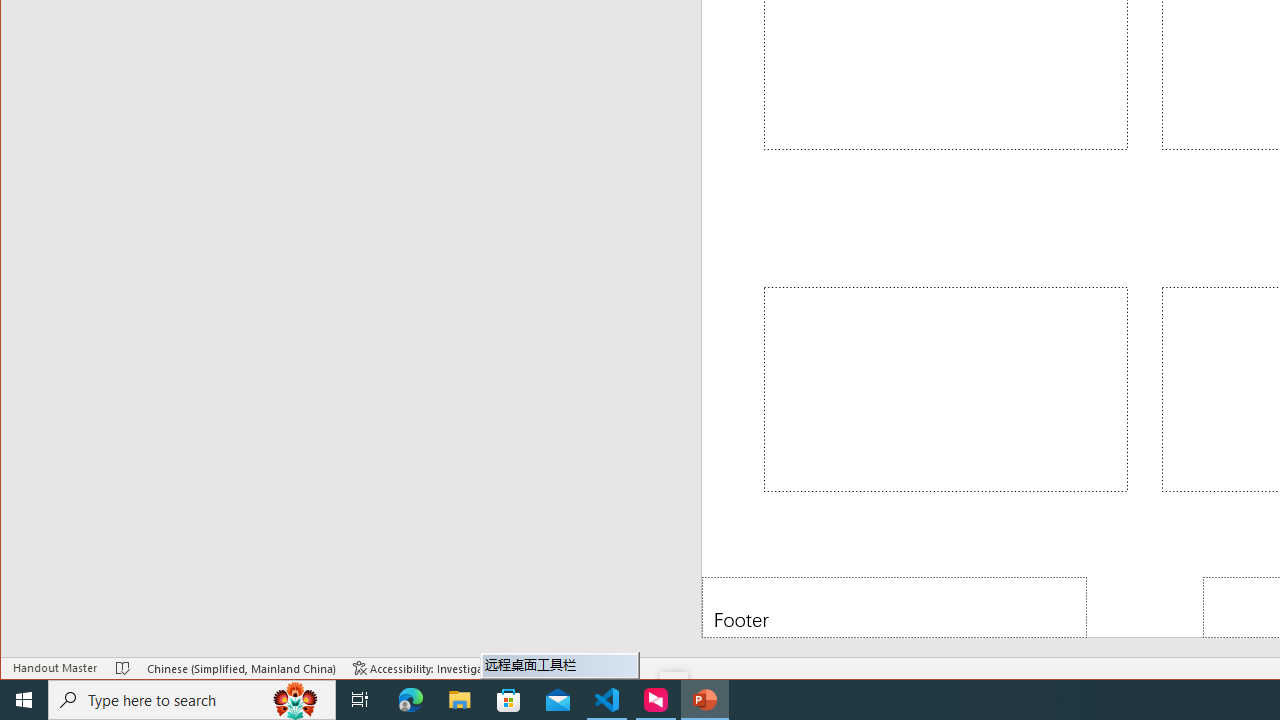  What do you see at coordinates (24, 698) in the screenshot?
I see `'Start'` at bounding box center [24, 698].